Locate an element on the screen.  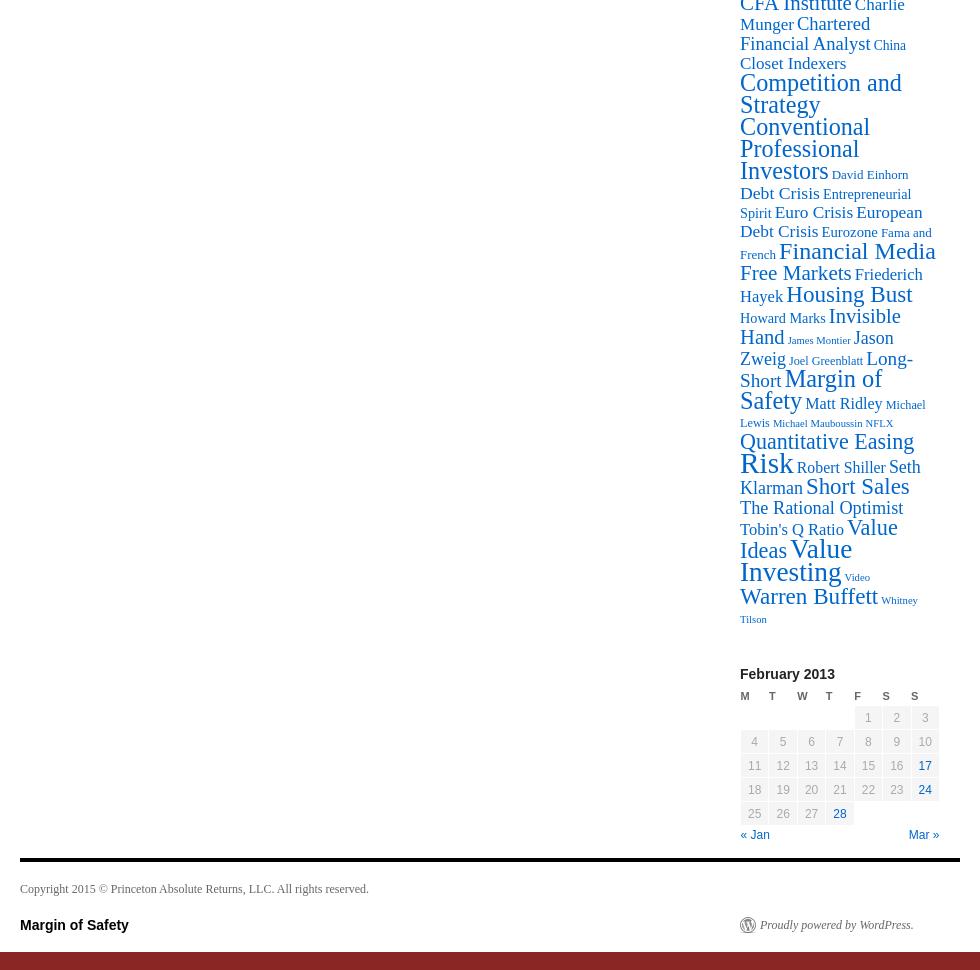
'Matt Ridley' is located at coordinates (843, 403).